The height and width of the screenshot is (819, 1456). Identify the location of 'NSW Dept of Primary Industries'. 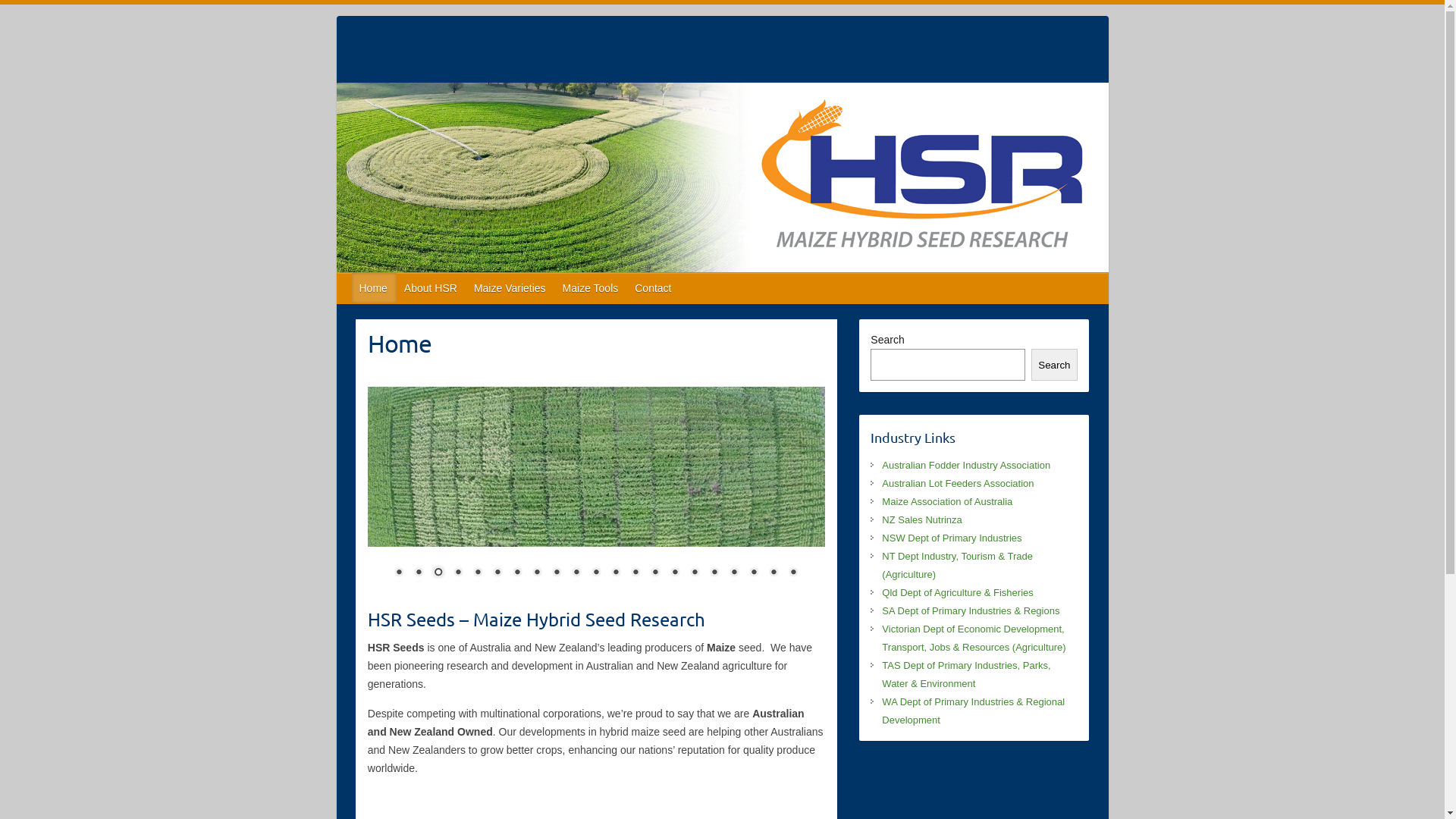
(950, 537).